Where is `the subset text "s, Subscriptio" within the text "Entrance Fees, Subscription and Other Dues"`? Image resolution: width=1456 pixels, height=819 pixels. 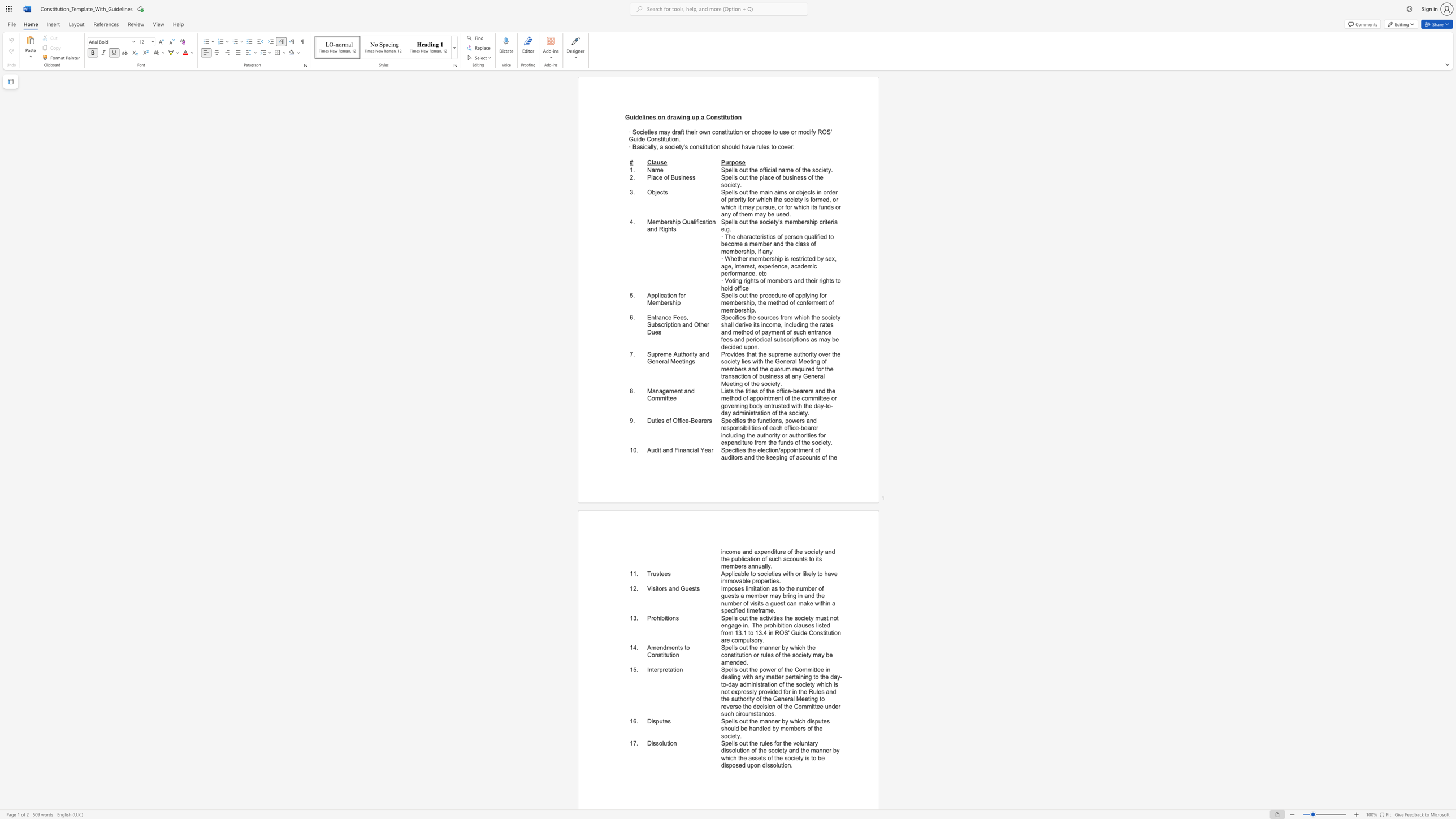 the subset text "s, Subscriptio" within the text "Entrance Fees, Subscription and Other Dues" is located at coordinates (683, 317).